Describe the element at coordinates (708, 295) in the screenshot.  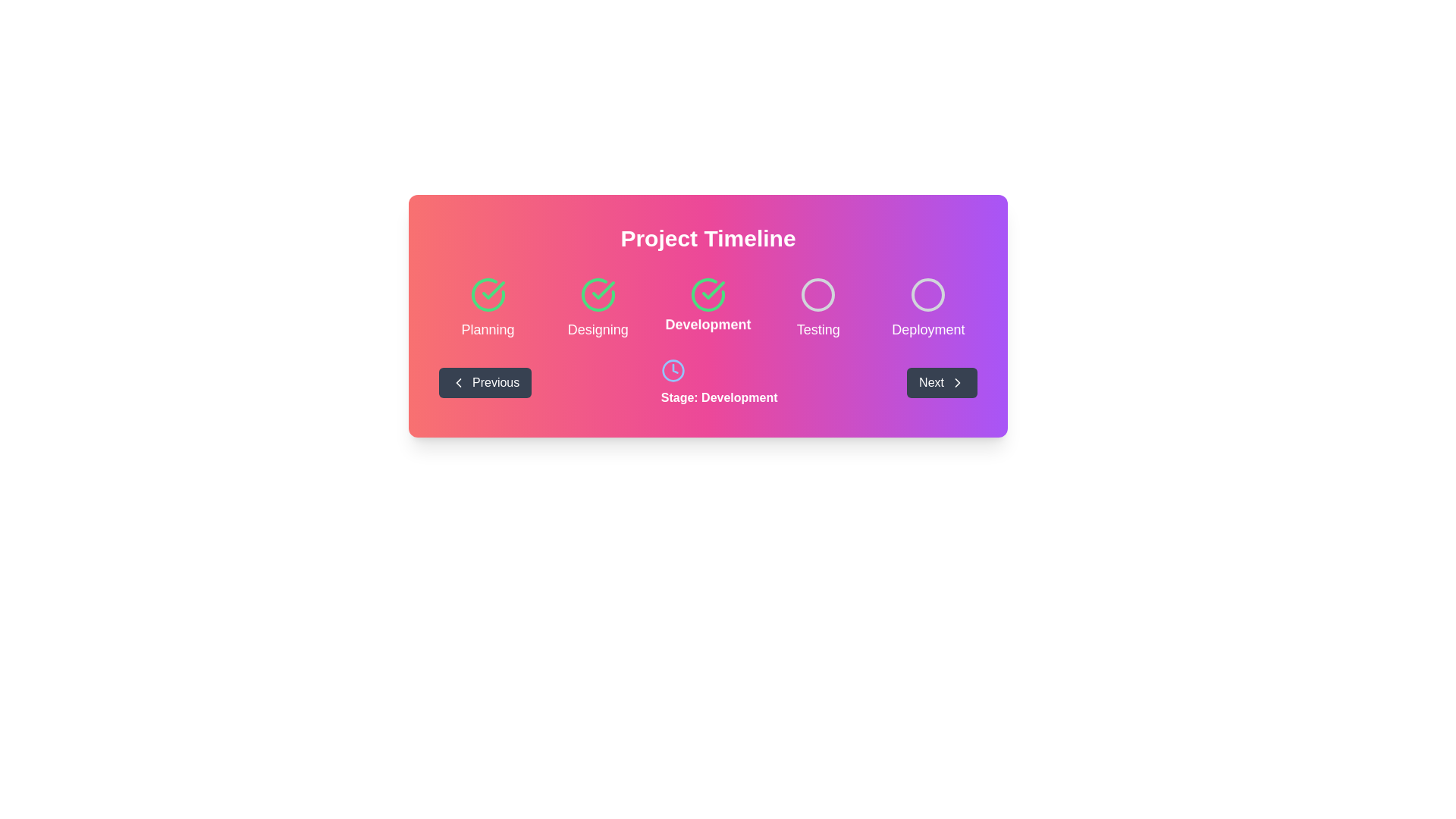
I see `the SVG graphical representation indicating progress for the 'Development' stage in the timeline, specifically the third milestone indicator` at that location.